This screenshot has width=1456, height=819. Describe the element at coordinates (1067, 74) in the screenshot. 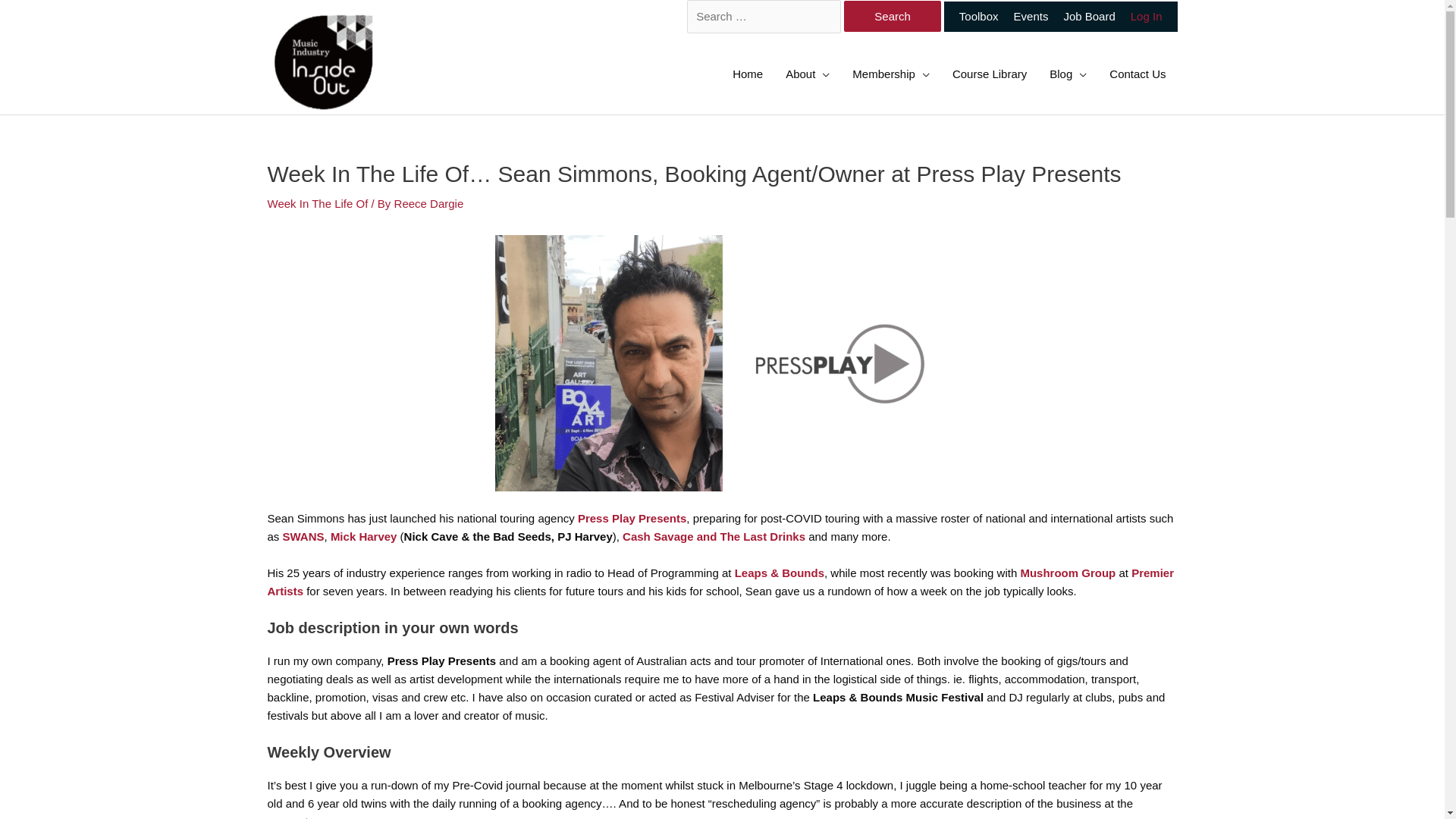

I see `'Blog'` at that location.